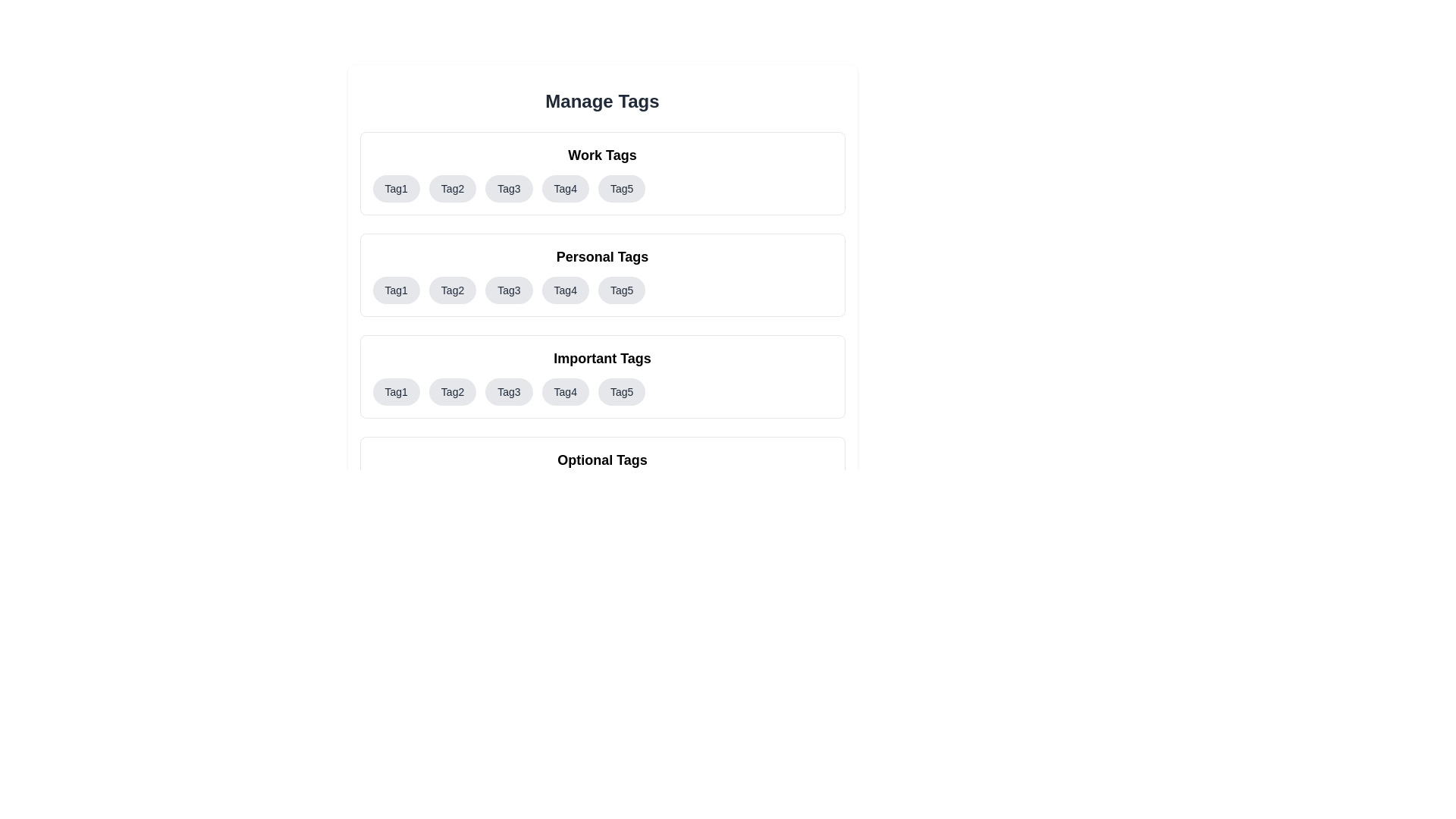 This screenshot has width=1456, height=819. What do you see at coordinates (564, 188) in the screenshot?
I see `the fourth button labeled 'Tag4' in the 'Work Tags' section under the 'Manage Tags' header to interact with it` at bounding box center [564, 188].